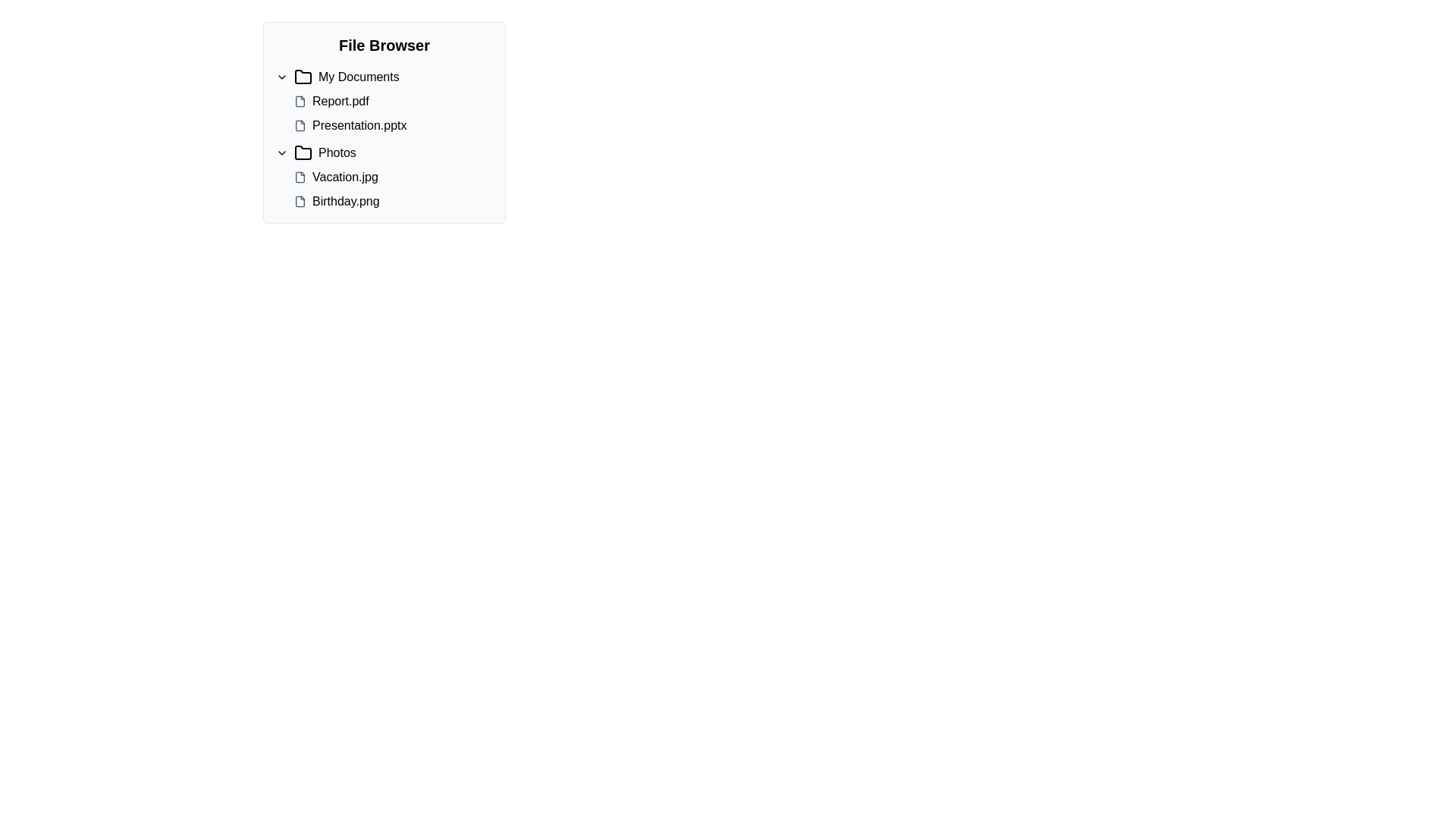  Describe the element at coordinates (303, 77) in the screenshot. I see `the 'My Documents' folder icon, which is the second visual component in the hierarchical file navigation pane` at that location.